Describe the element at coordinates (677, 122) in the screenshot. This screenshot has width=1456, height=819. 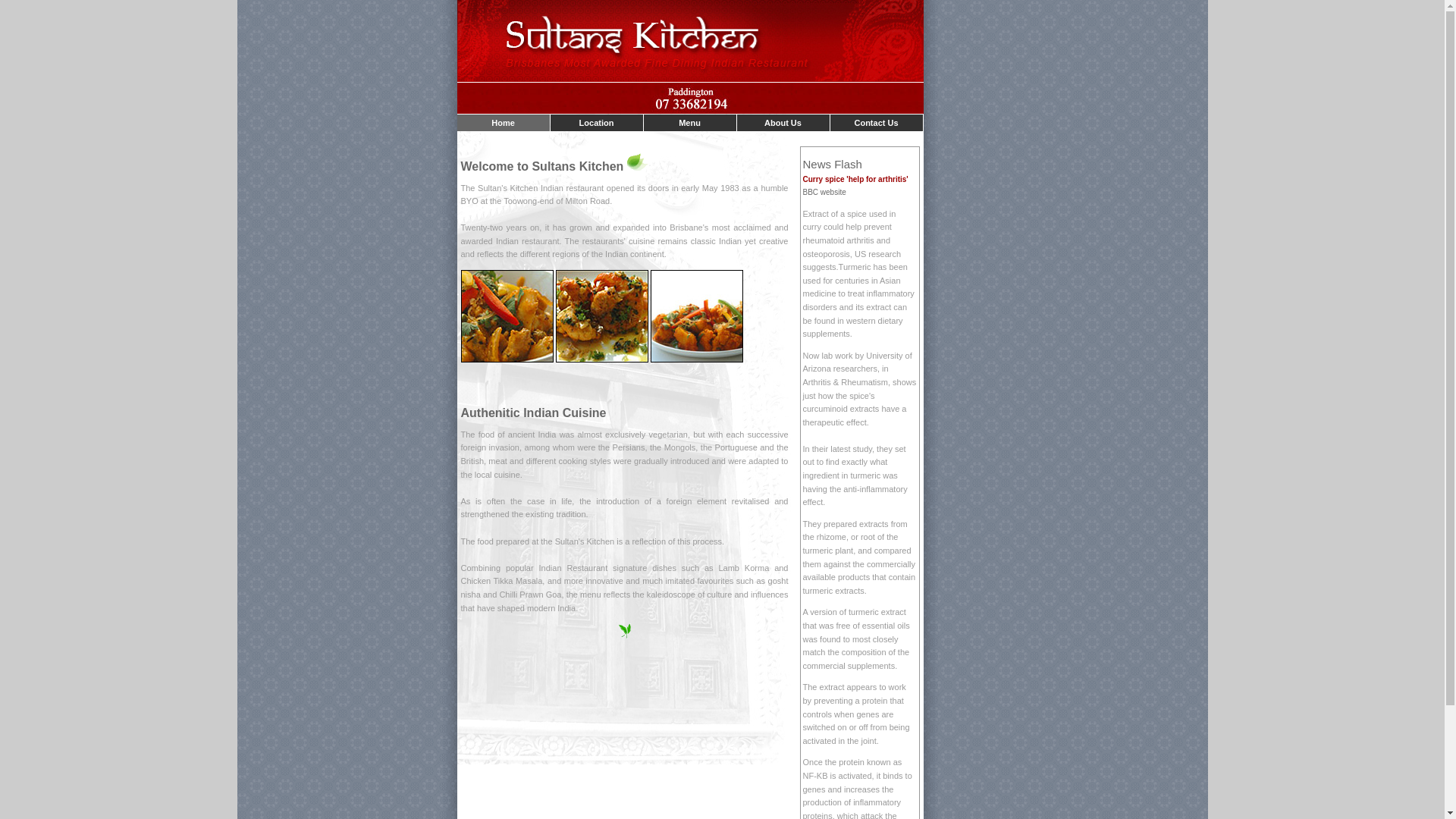
I see `'Menu'` at that location.